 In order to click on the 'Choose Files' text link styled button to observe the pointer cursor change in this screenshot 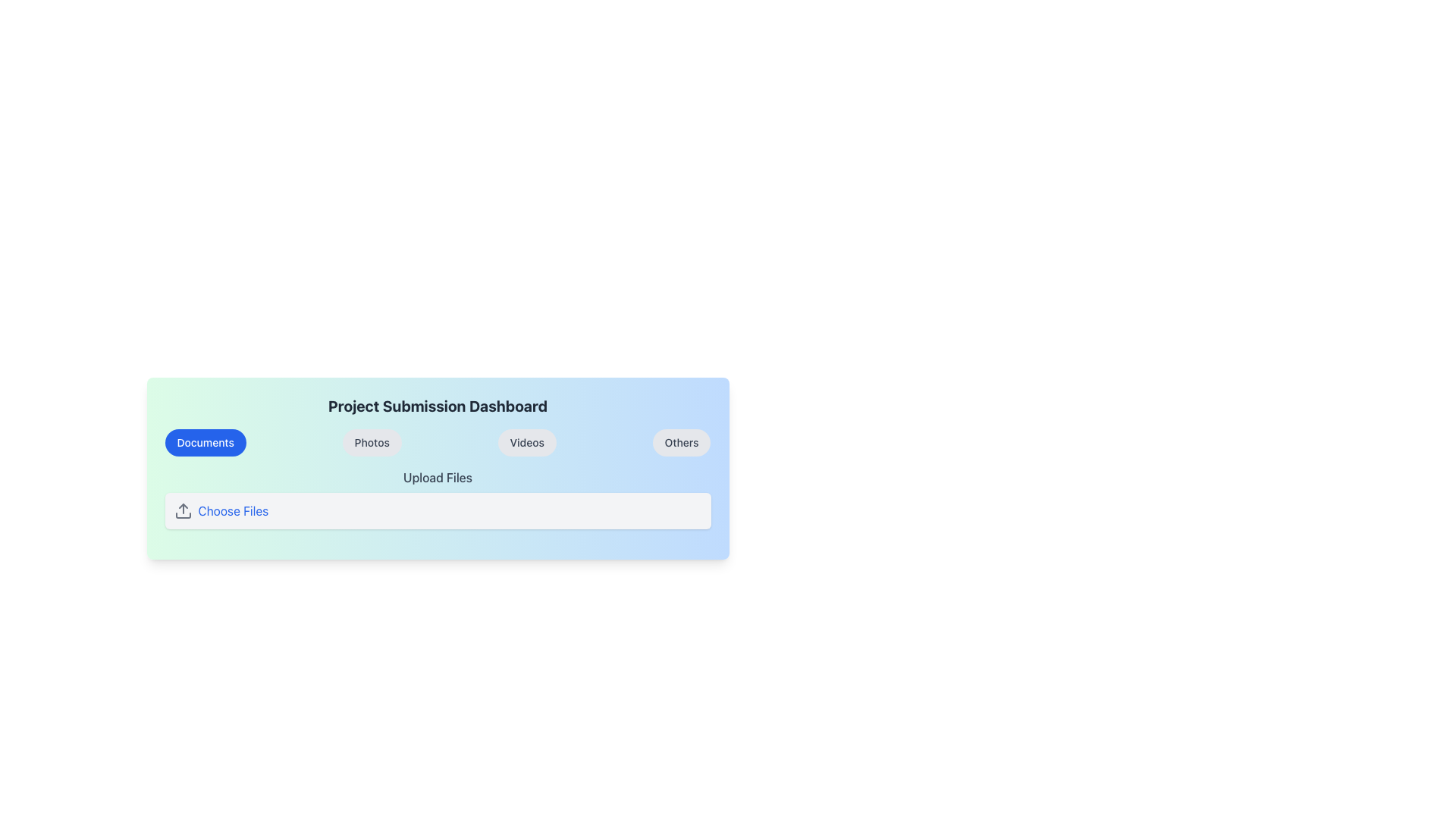, I will do `click(232, 511)`.